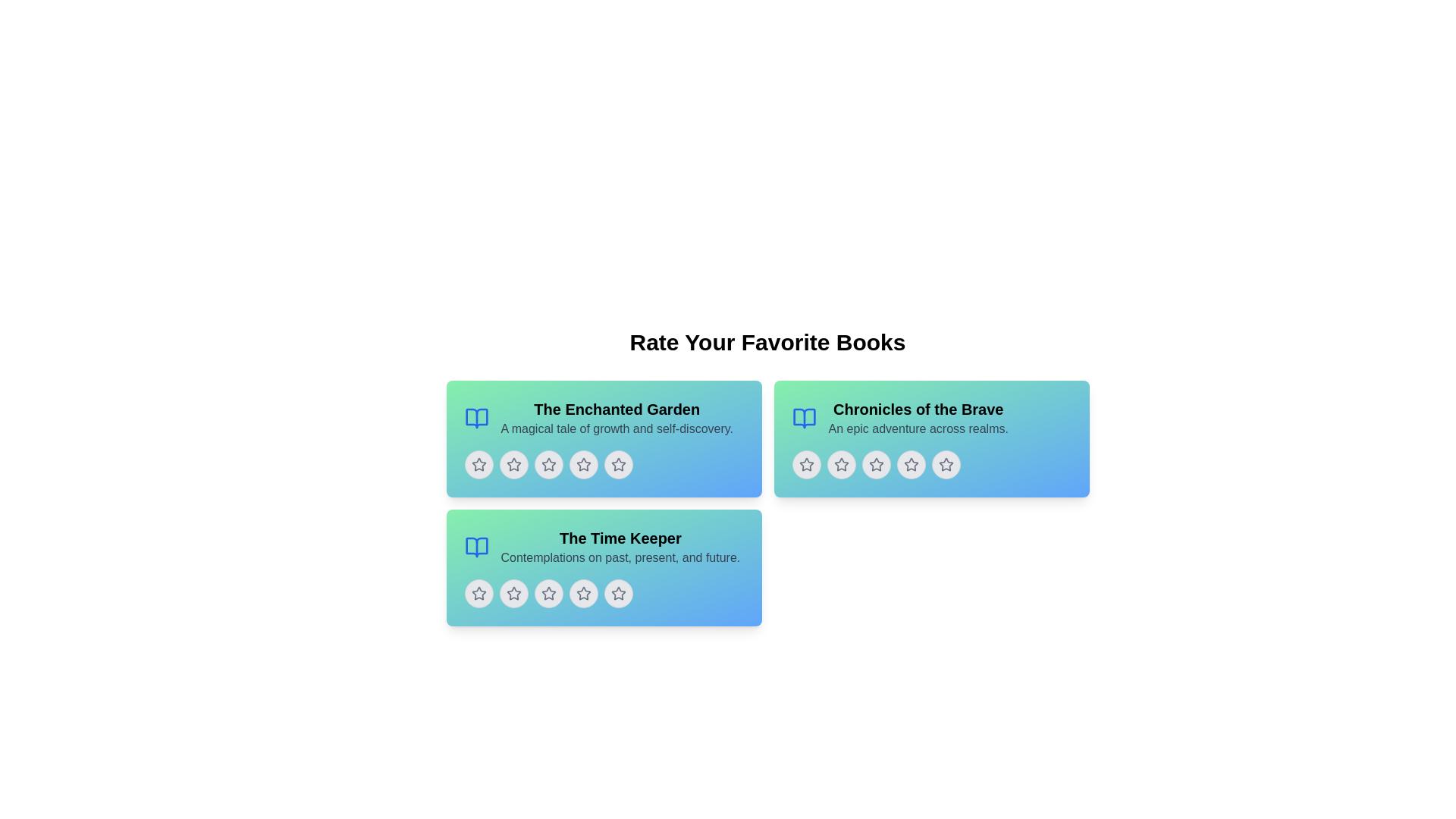  Describe the element at coordinates (475, 418) in the screenshot. I see `the decorative book icon located at the top-left corner of 'The Enchanted Garden' card, which is positioned to the left of the title text and above the star rating components` at that location.